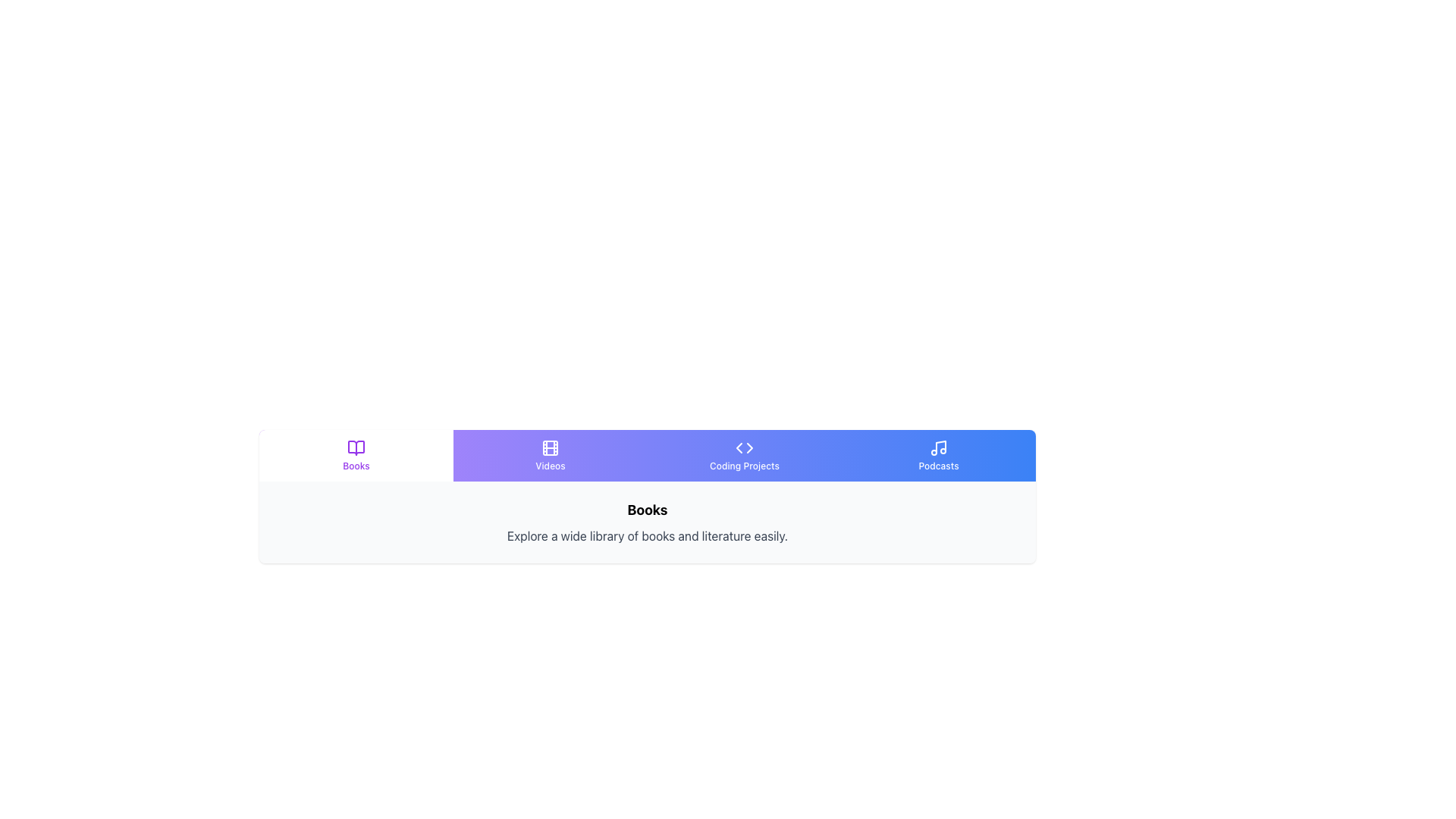 This screenshot has height=819, width=1456. Describe the element at coordinates (938, 465) in the screenshot. I see `the 'Podcasts' text label located in the rightmost subsection of the horizontal menu bar, beneath the music icon` at that location.